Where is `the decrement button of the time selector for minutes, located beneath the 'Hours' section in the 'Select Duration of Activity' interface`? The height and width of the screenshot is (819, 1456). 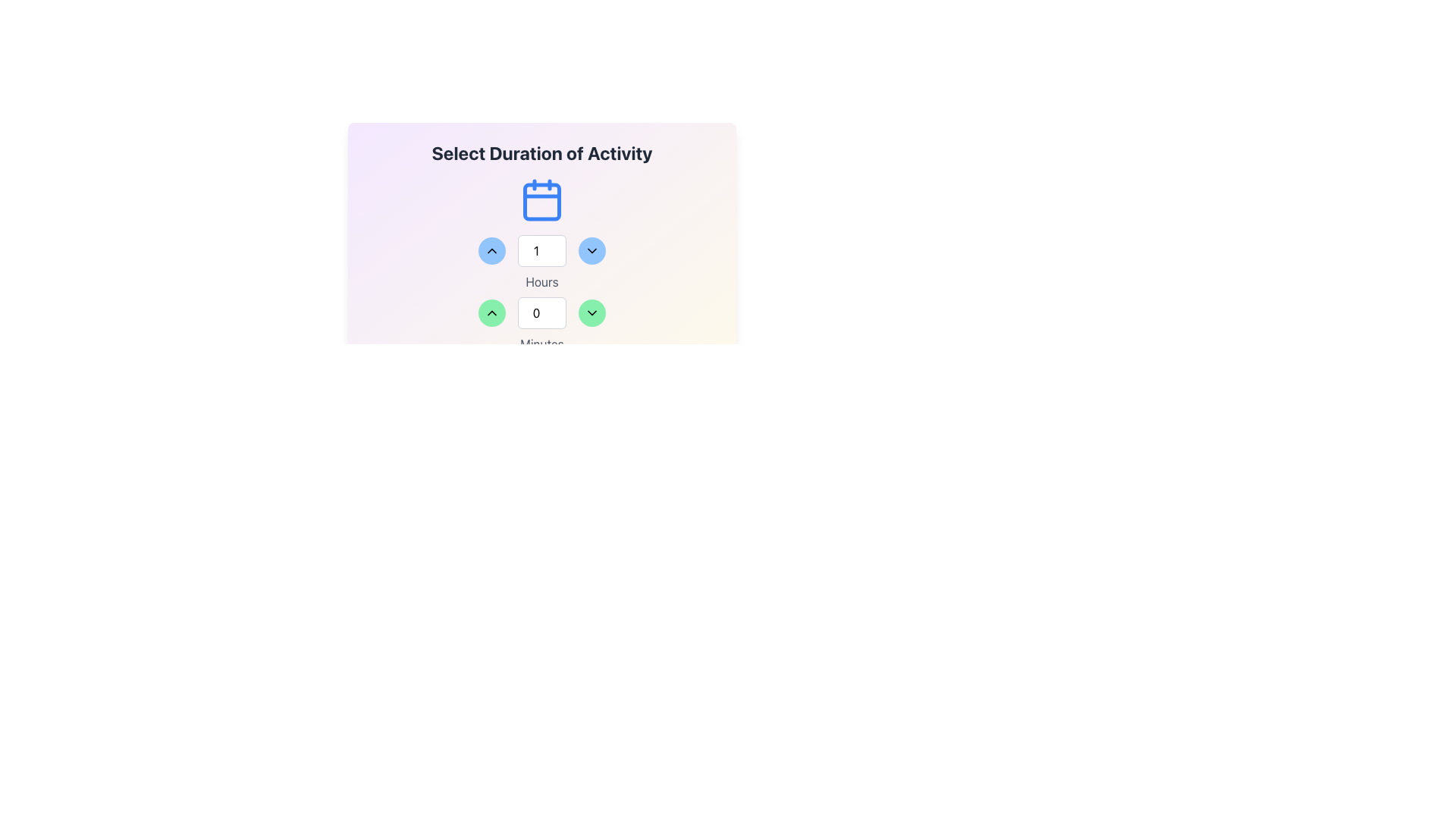 the decrement button of the time selector for minutes, located beneath the 'Hours' section in the 'Select Duration of Activity' interface is located at coordinates (542, 312).